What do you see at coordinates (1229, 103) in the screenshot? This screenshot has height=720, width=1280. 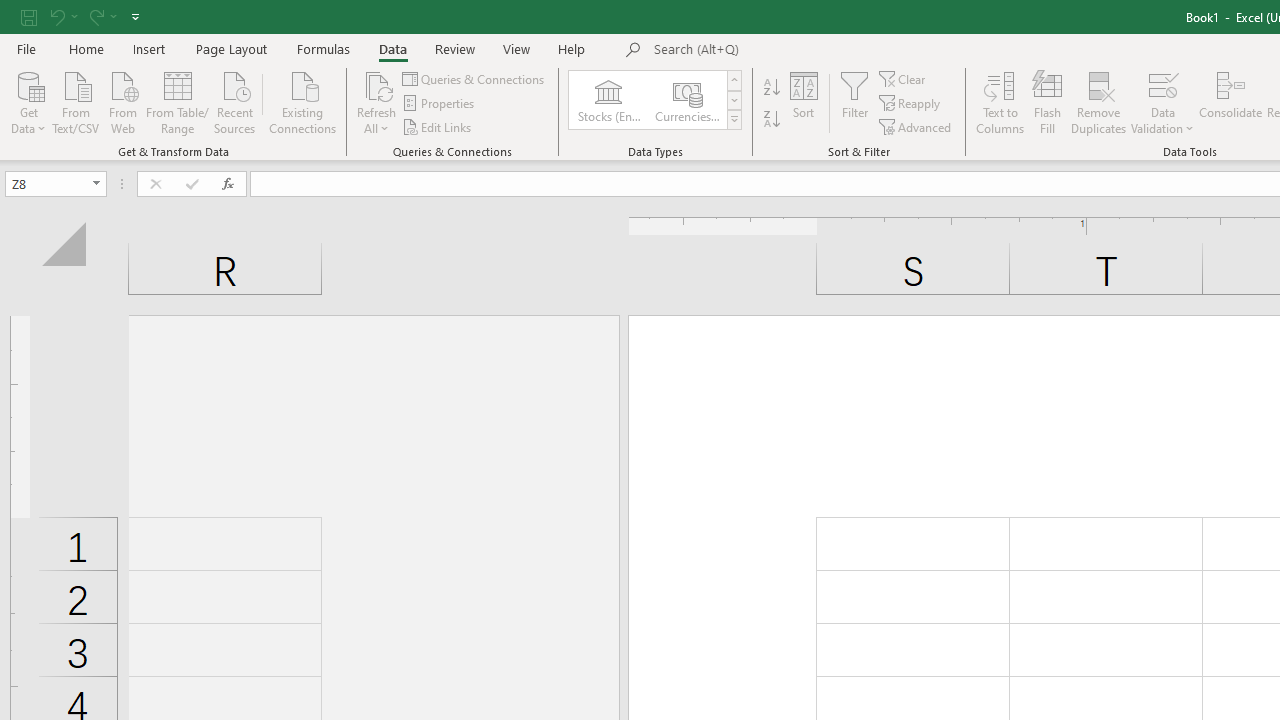 I see `'Consolidate...'` at bounding box center [1229, 103].